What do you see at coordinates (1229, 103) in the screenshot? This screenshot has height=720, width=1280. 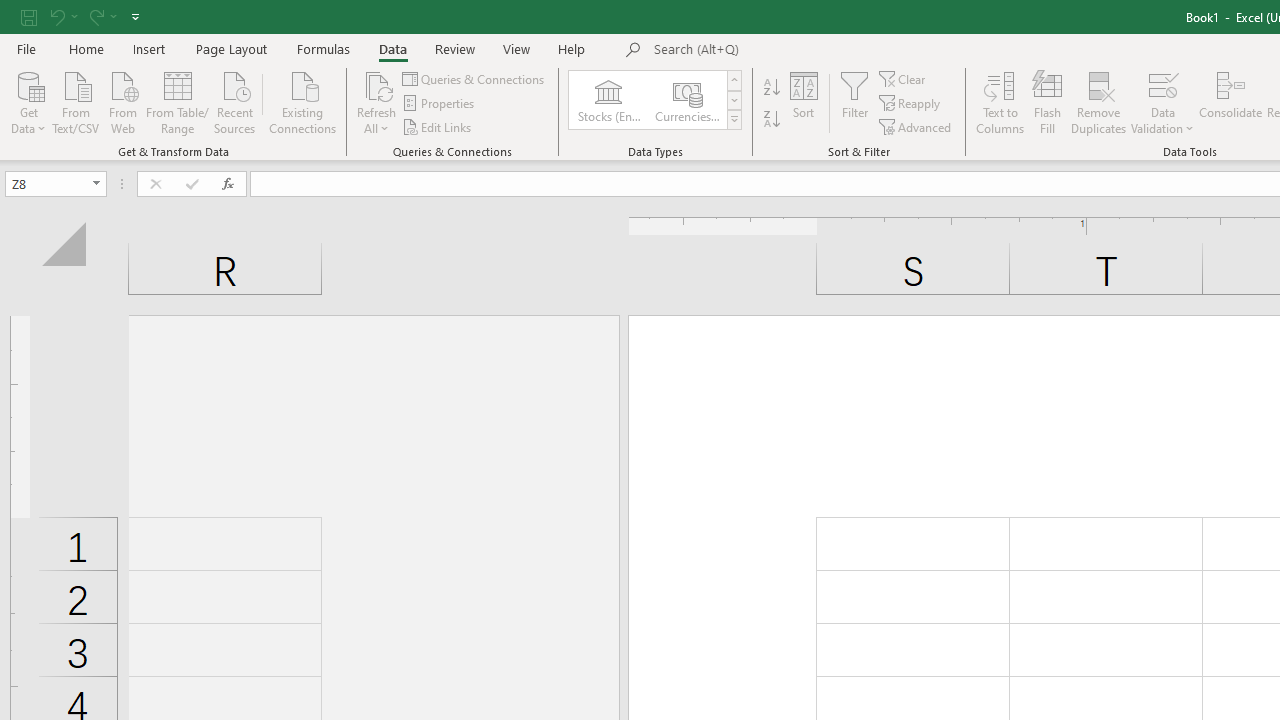 I see `'Consolidate...'` at bounding box center [1229, 103].